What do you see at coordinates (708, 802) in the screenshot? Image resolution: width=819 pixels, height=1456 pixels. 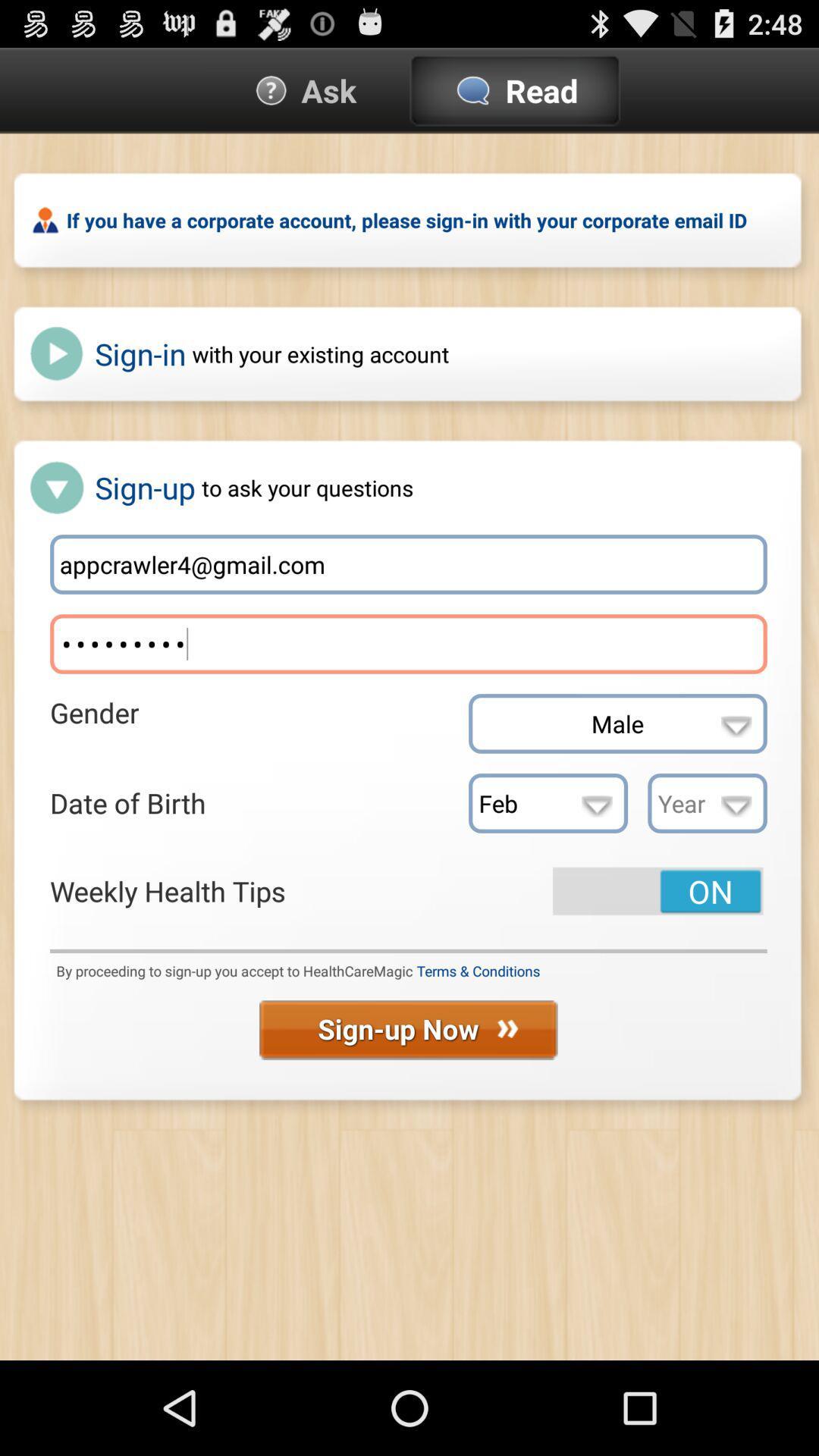 I see `write the date` at bounding box center [708, 802].